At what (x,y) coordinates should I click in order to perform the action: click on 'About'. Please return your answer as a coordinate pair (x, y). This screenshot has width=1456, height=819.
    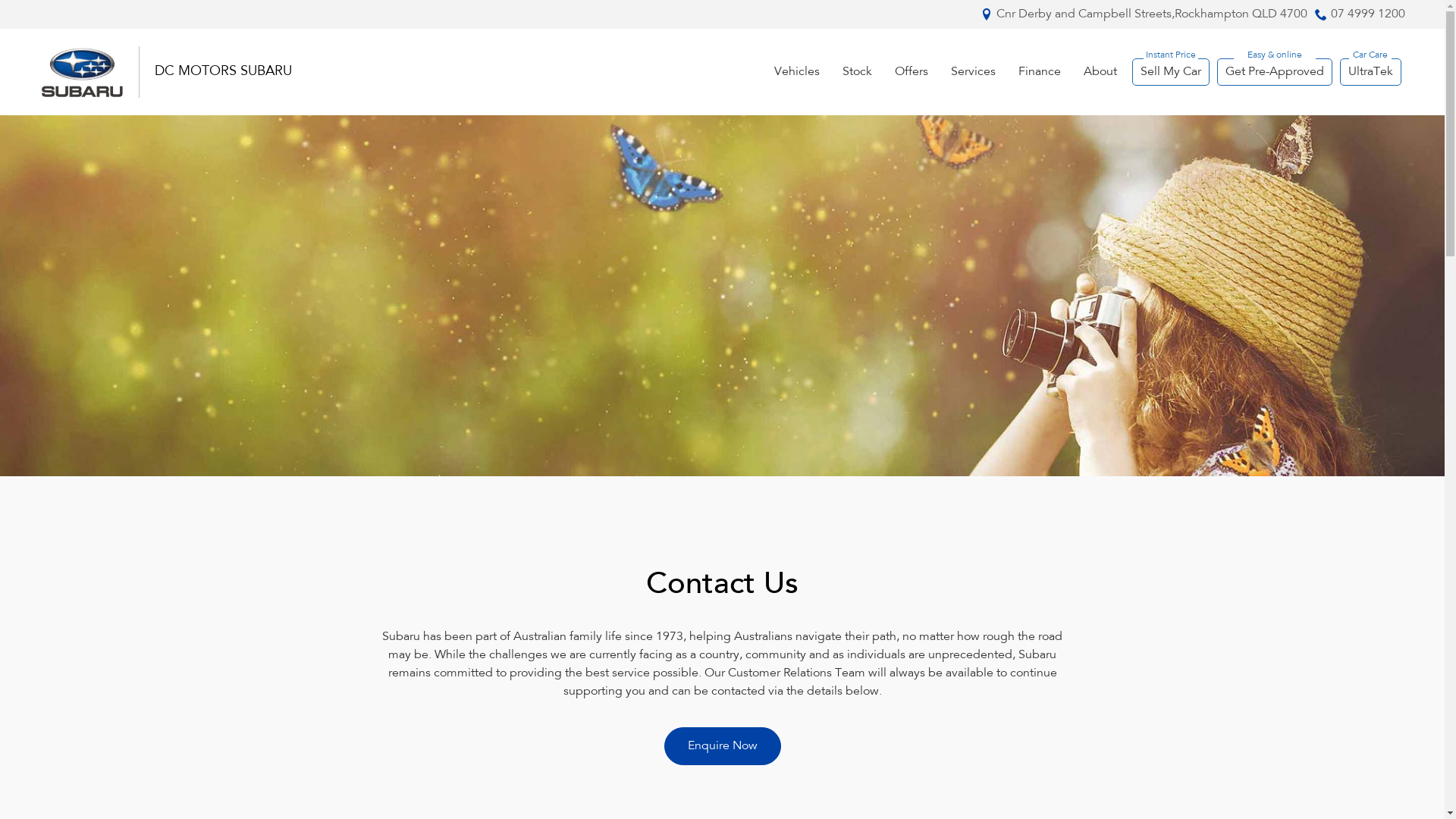
    Looking at the image, I should click on (1100, 72).